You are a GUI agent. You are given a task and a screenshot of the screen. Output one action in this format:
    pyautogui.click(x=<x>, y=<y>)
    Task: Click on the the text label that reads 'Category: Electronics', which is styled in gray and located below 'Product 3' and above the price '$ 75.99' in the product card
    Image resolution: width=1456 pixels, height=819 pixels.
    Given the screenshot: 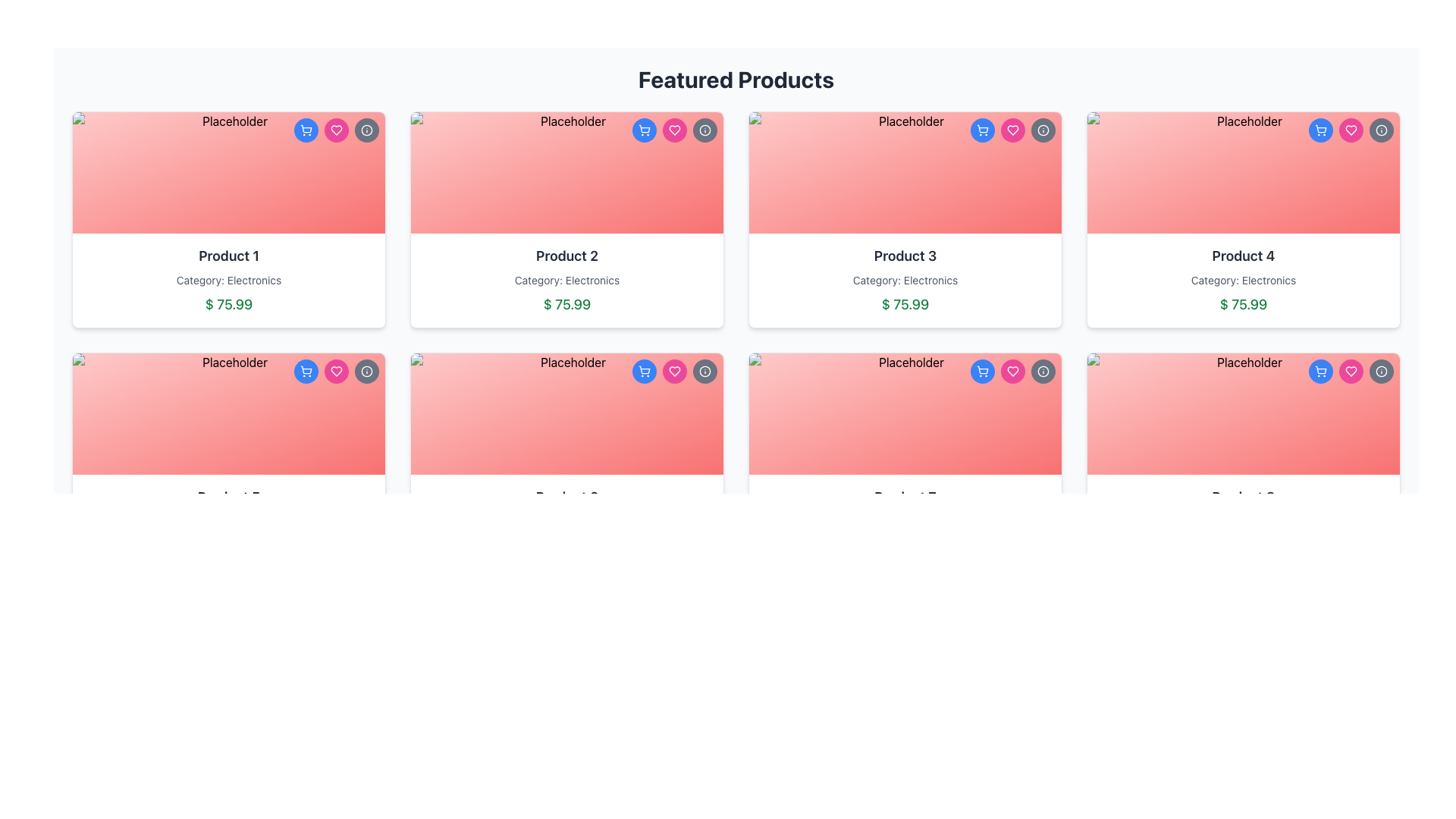 What is the action you would take?
    pyautogui.click(x=905, y=281)
    